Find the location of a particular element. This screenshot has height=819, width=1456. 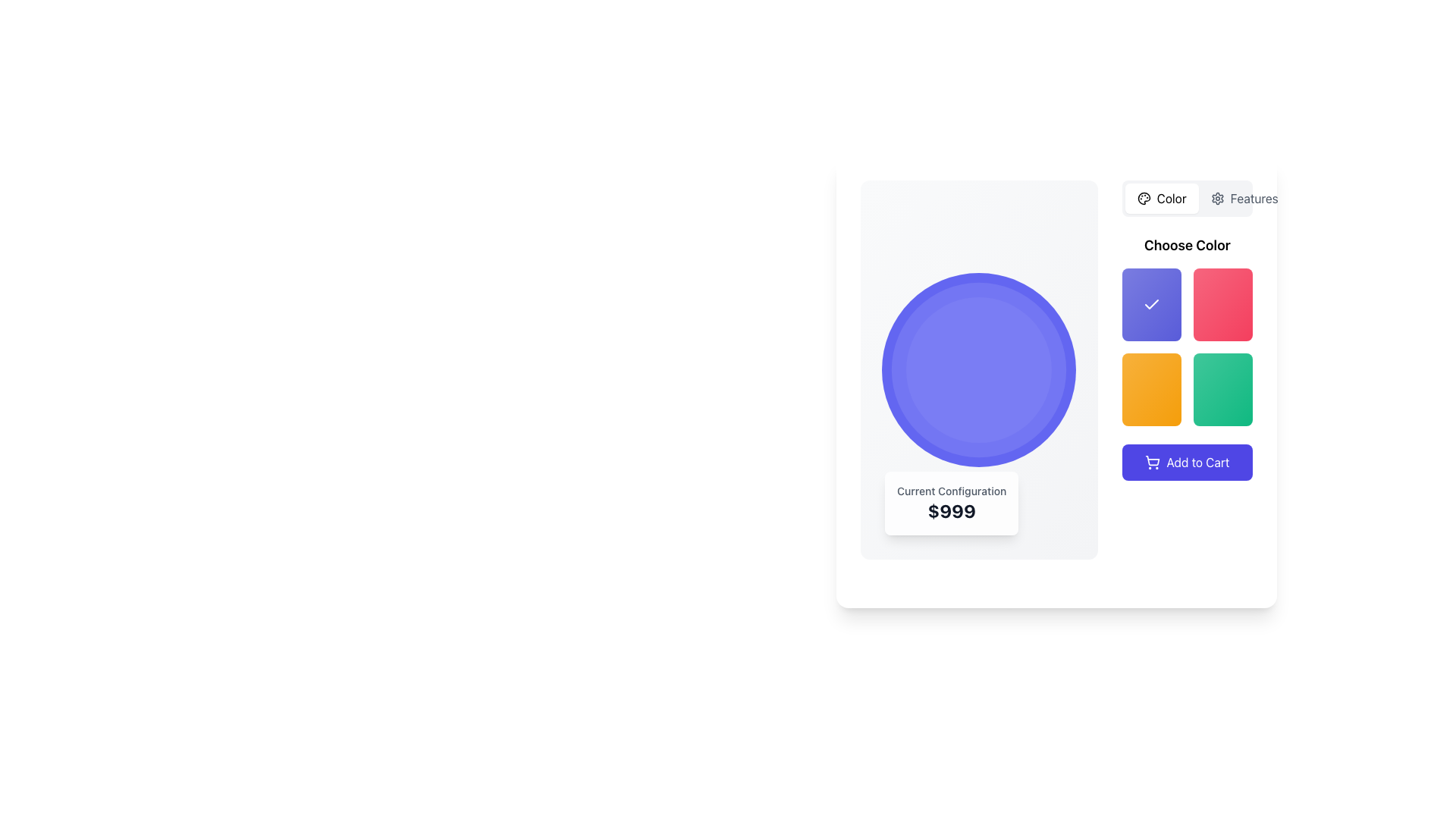

a color block in the interactive color selection grid labeled 'Choose Color' for touch devices is located at coordinates (1186, 329).